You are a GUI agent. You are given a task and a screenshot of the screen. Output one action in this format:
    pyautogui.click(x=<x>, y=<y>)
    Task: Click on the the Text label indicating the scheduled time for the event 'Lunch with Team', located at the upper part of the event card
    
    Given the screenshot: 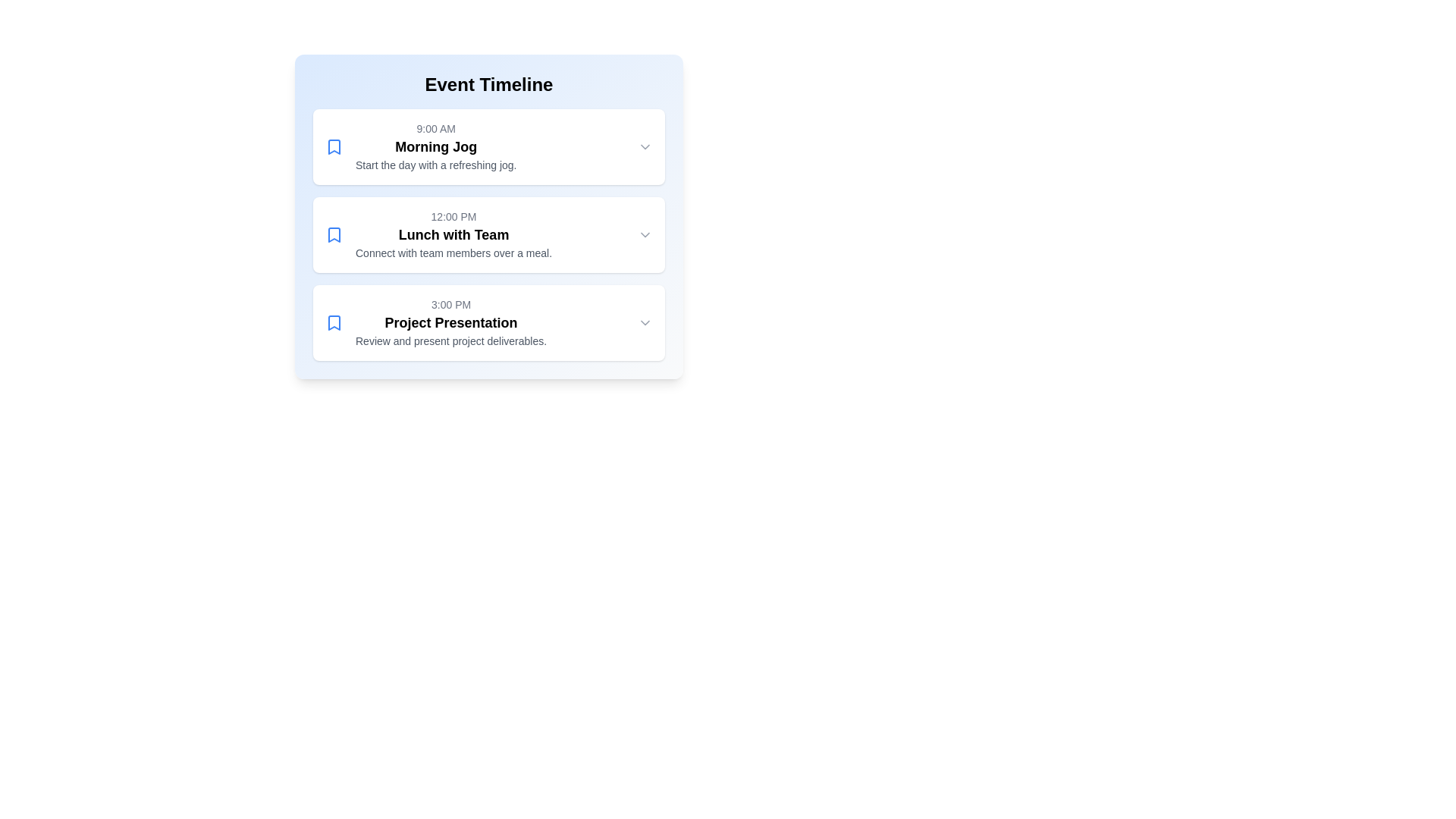 What is the action you would take?
    pyautogui.click(x=453, y=216)
    